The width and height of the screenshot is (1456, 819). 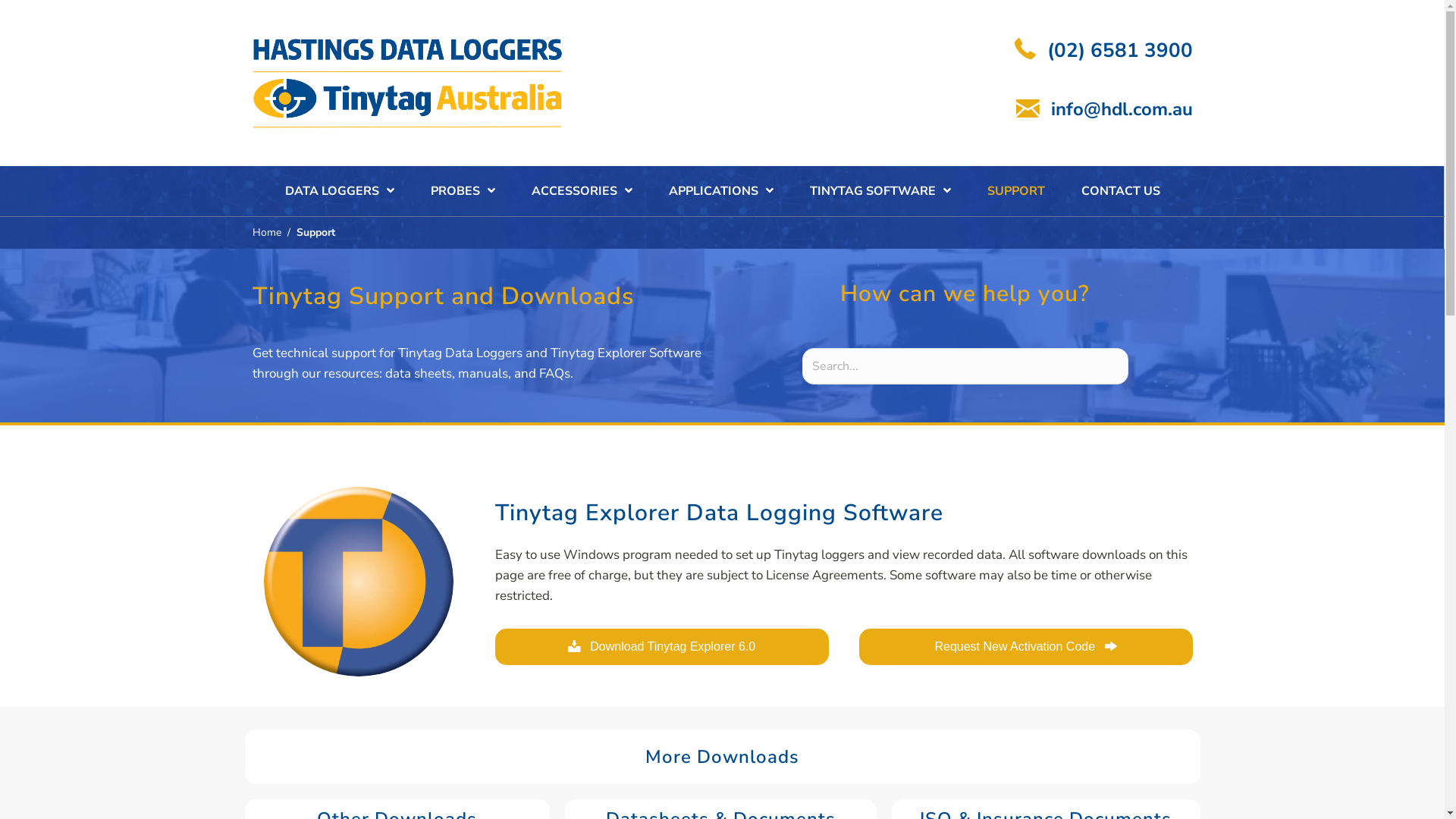 I want to click on 'Home', so click(x=265, y=232).